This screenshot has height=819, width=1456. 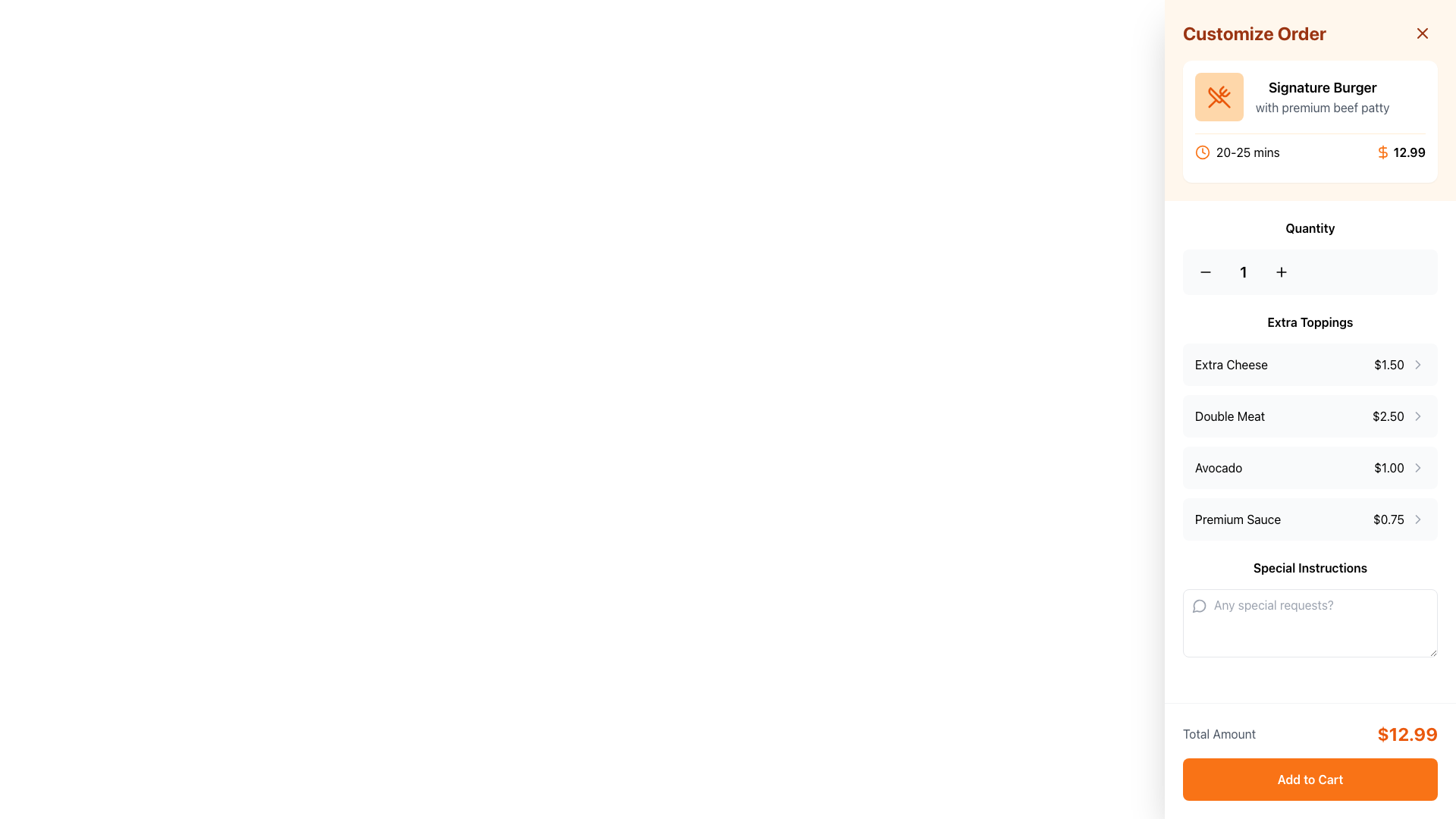 I want to click on the close button located in the top-right corner of the 'Customize Order' overlay panel, so click(x=1422, y=33).